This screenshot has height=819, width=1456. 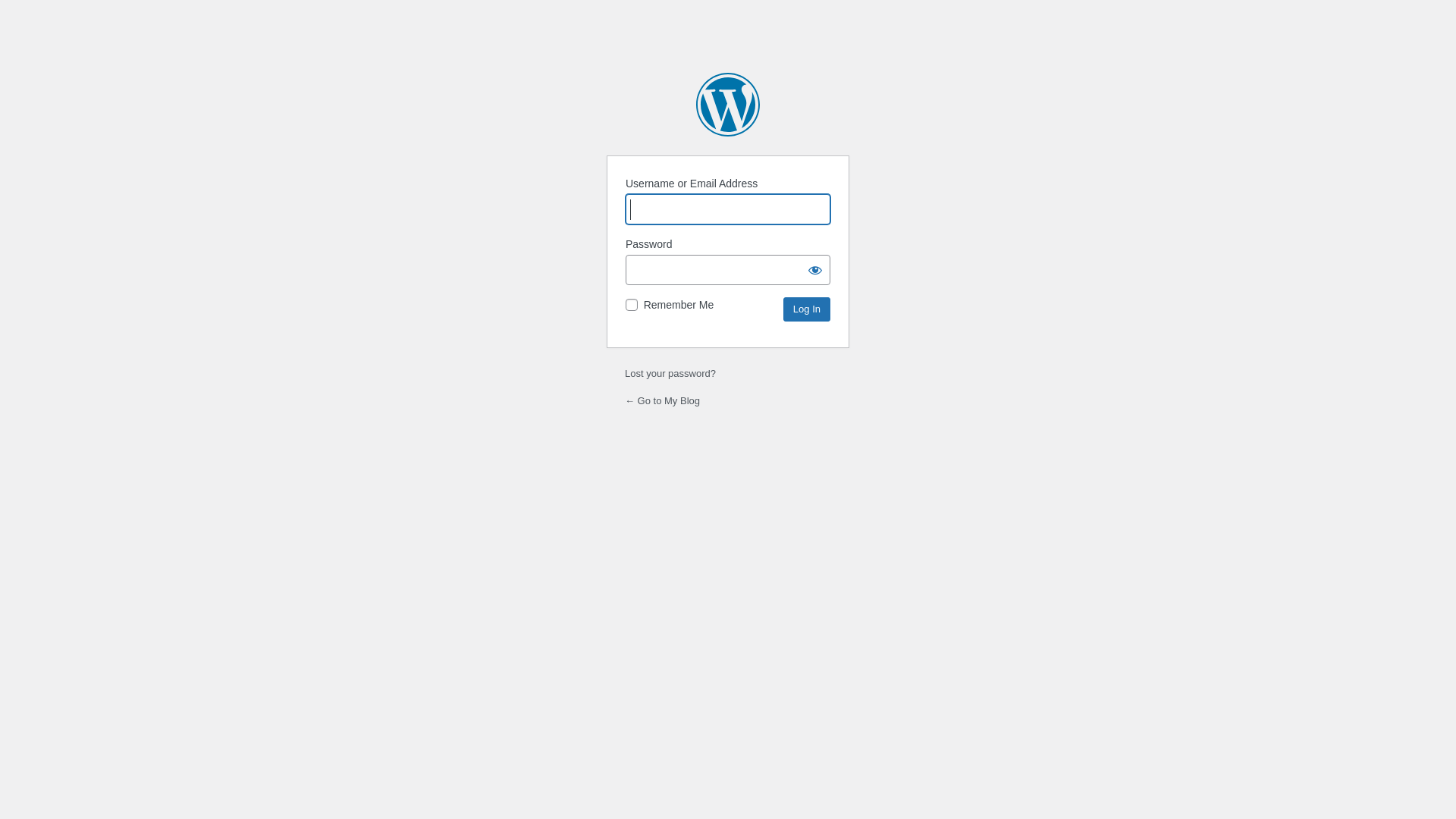 I want to click on 'Powered by WordPress', so click(x=728, y=104).